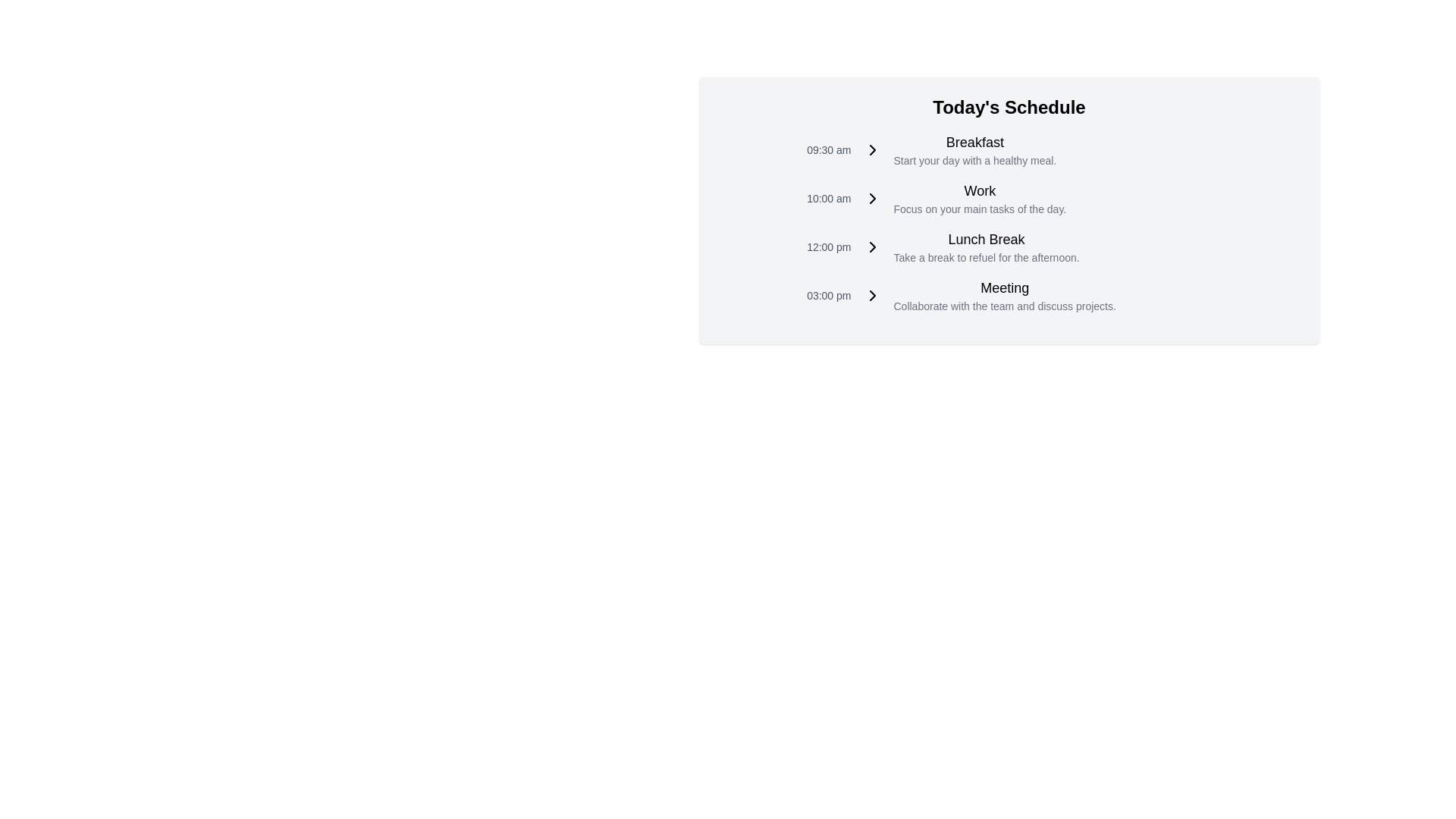  Describe the element at coordinates (981, 246) in the screenshot. I see `the 'Lunch Break' text block to read the description 'Take a break to refuel for the afternoon.'` at that location.